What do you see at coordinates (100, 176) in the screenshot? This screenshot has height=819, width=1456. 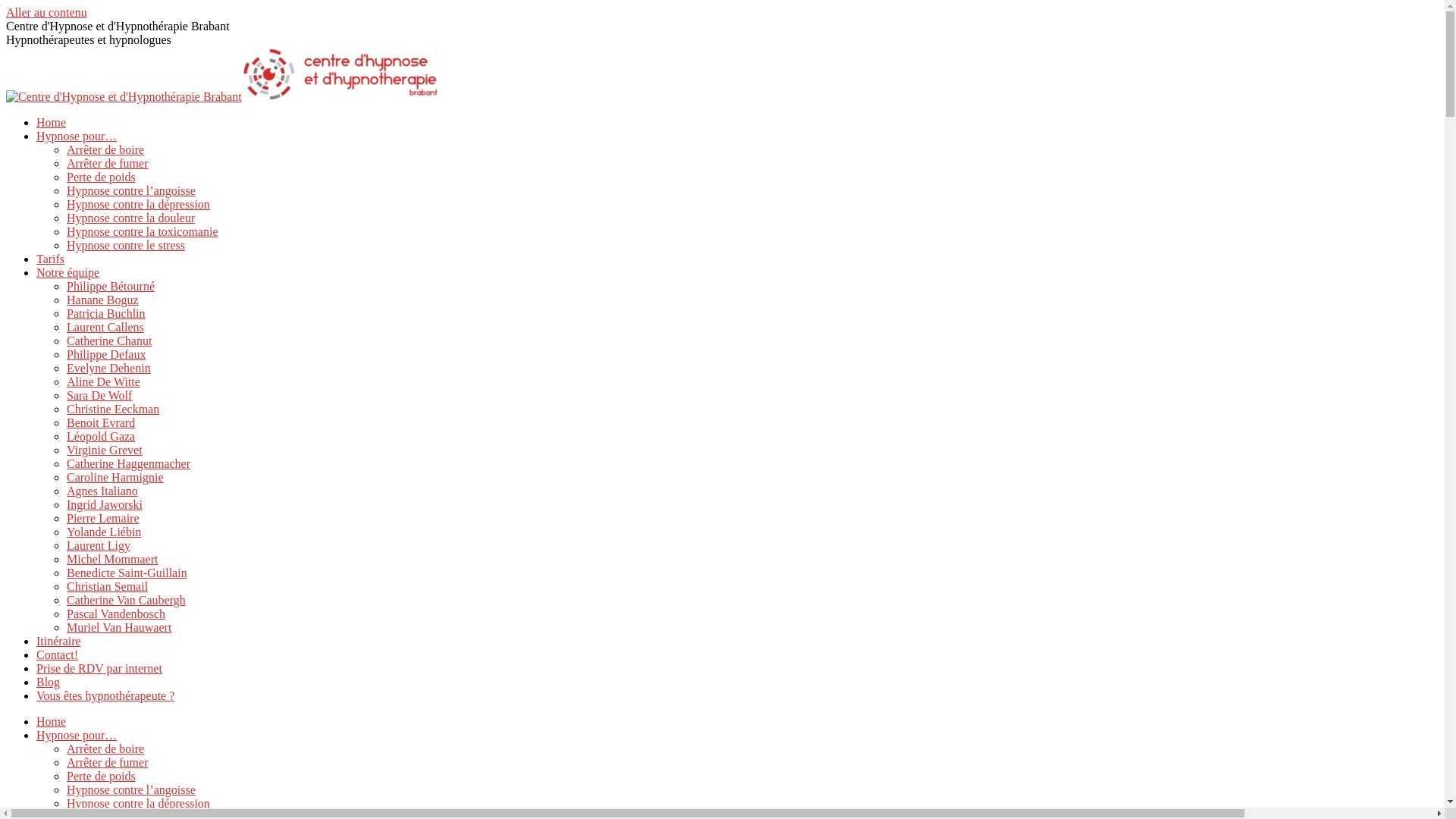 I see `'Perte de poids'` at bounding box center [100, 176].